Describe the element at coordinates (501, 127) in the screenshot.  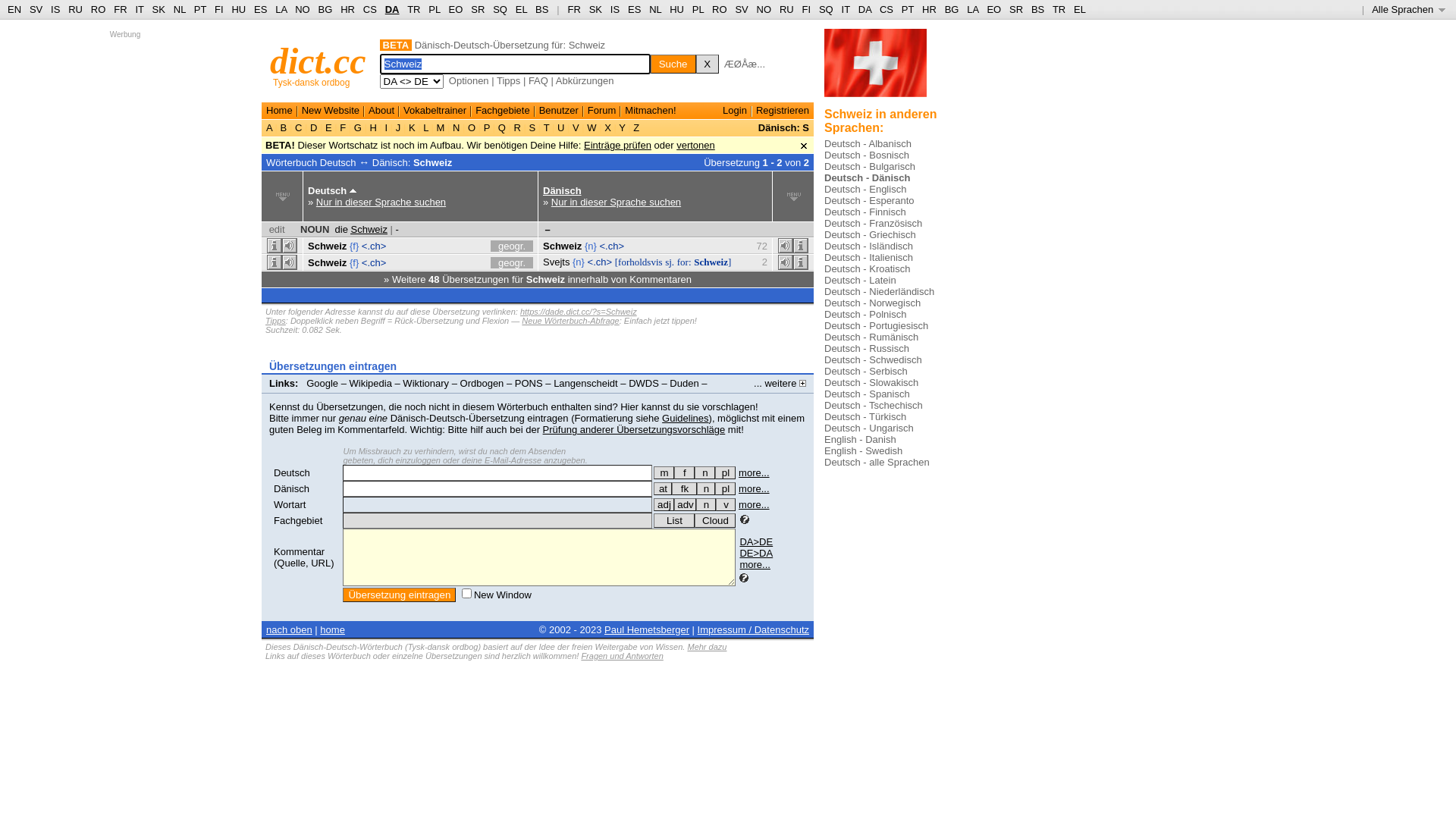
I see `'Q'` at that location.